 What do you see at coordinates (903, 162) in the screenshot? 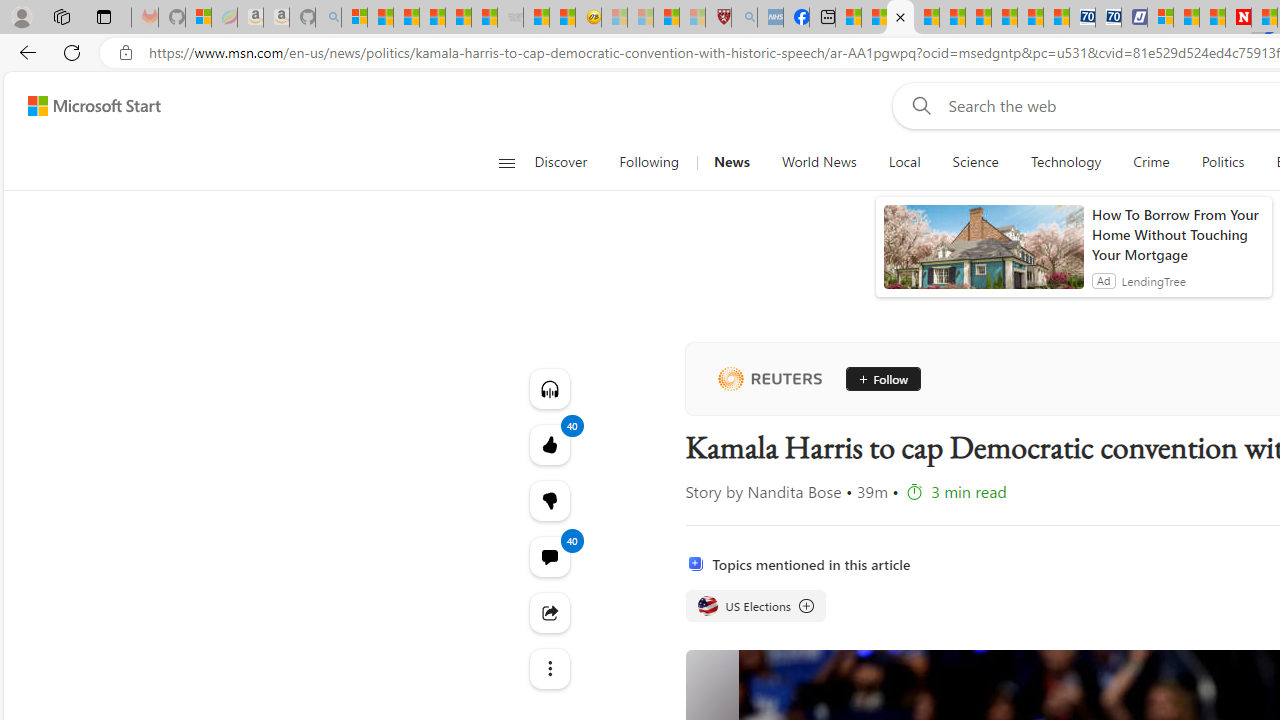
I see `'Local'` at bounding box center [903, 162].